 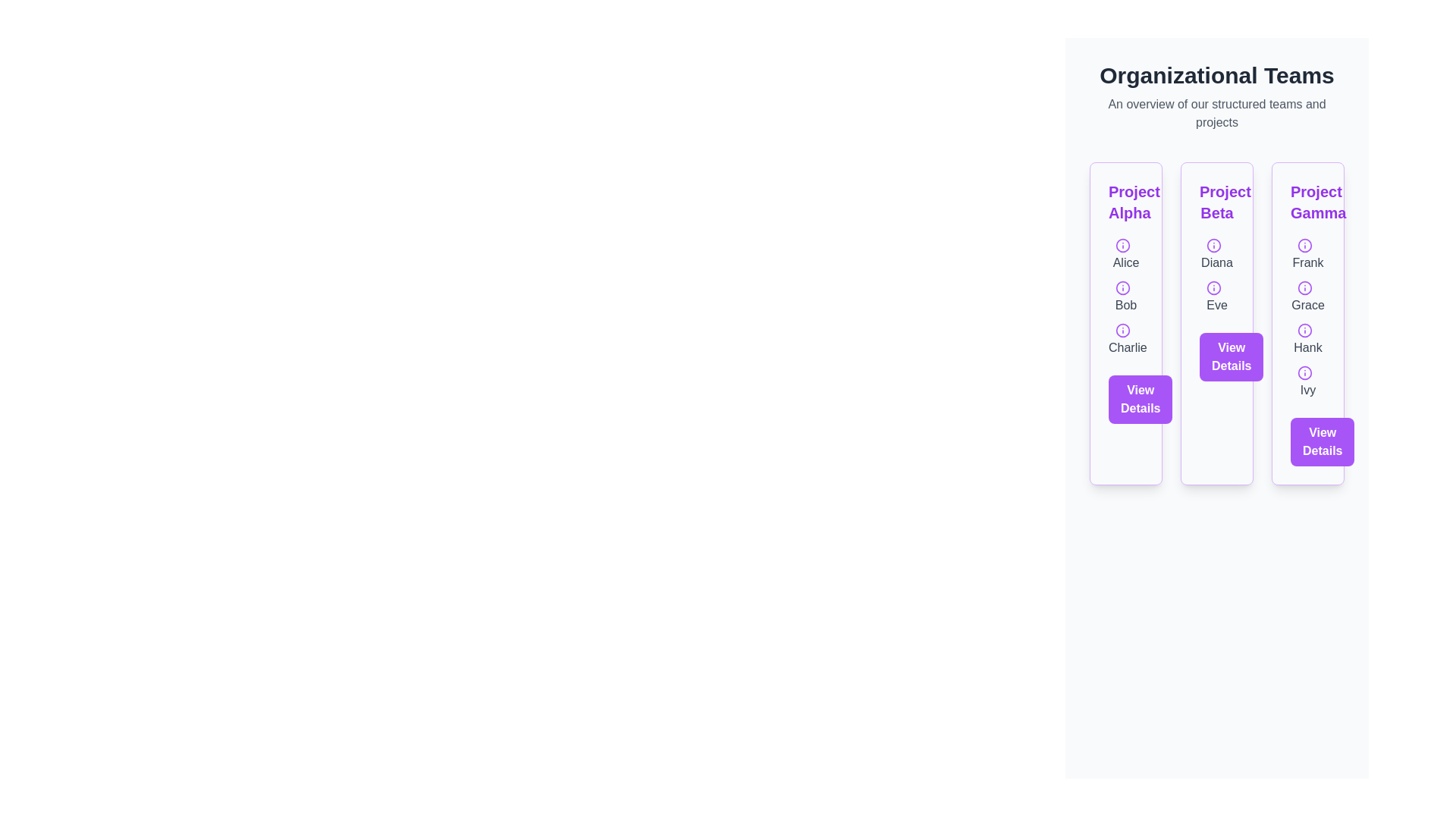 What do you see at coordinates (1125, 338) in the screenshot?
I see `the text label identifying the participant named 'Charlie' located under the 'Project Alpha' section, which is positioned between 'Bob' and the 'View Details' button` at bounding box center [1125, 338].